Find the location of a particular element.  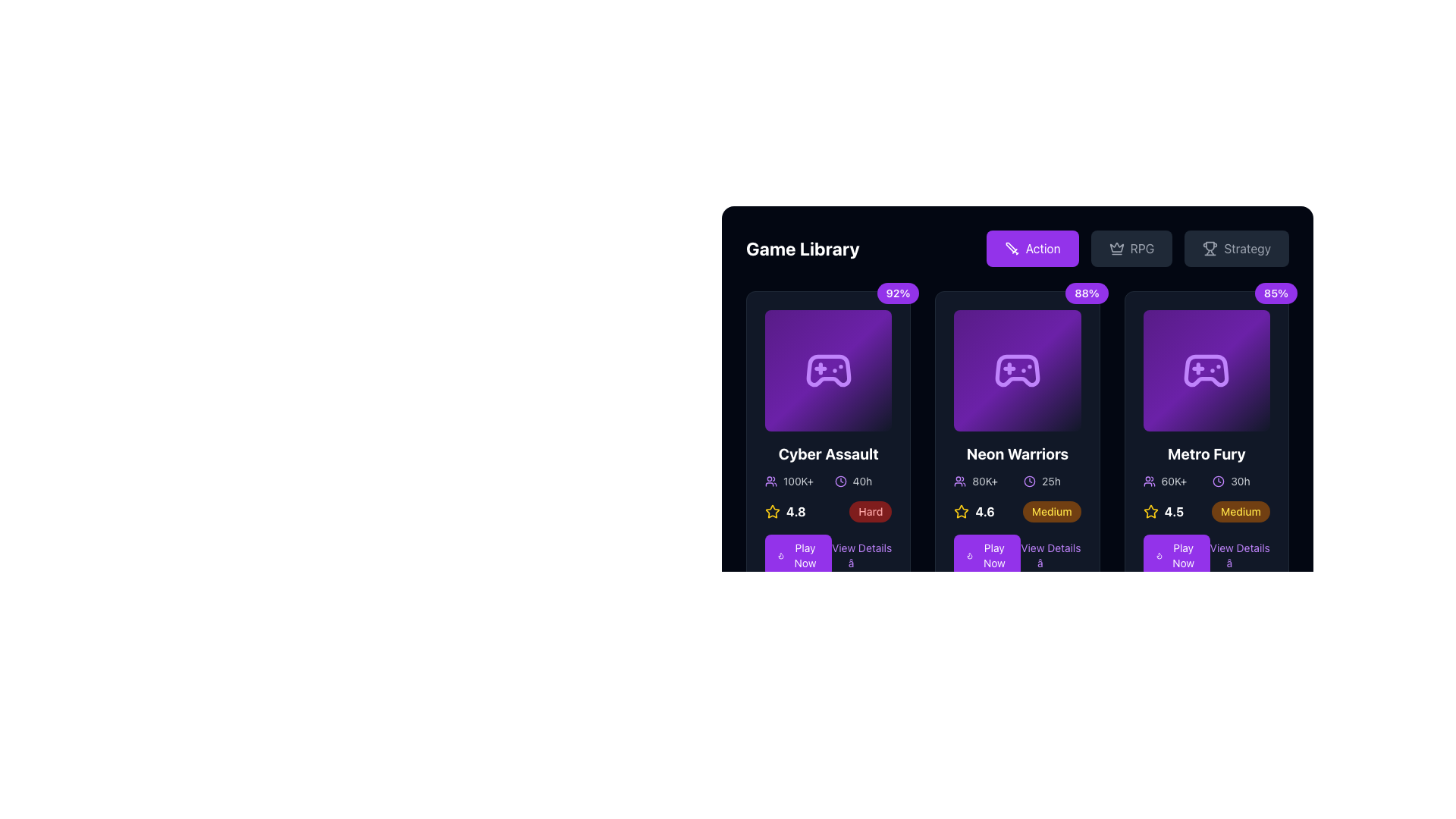

the central icon representing a game controller in the card titled 'Neon Warriors' is located at coordinates (1017, 371).